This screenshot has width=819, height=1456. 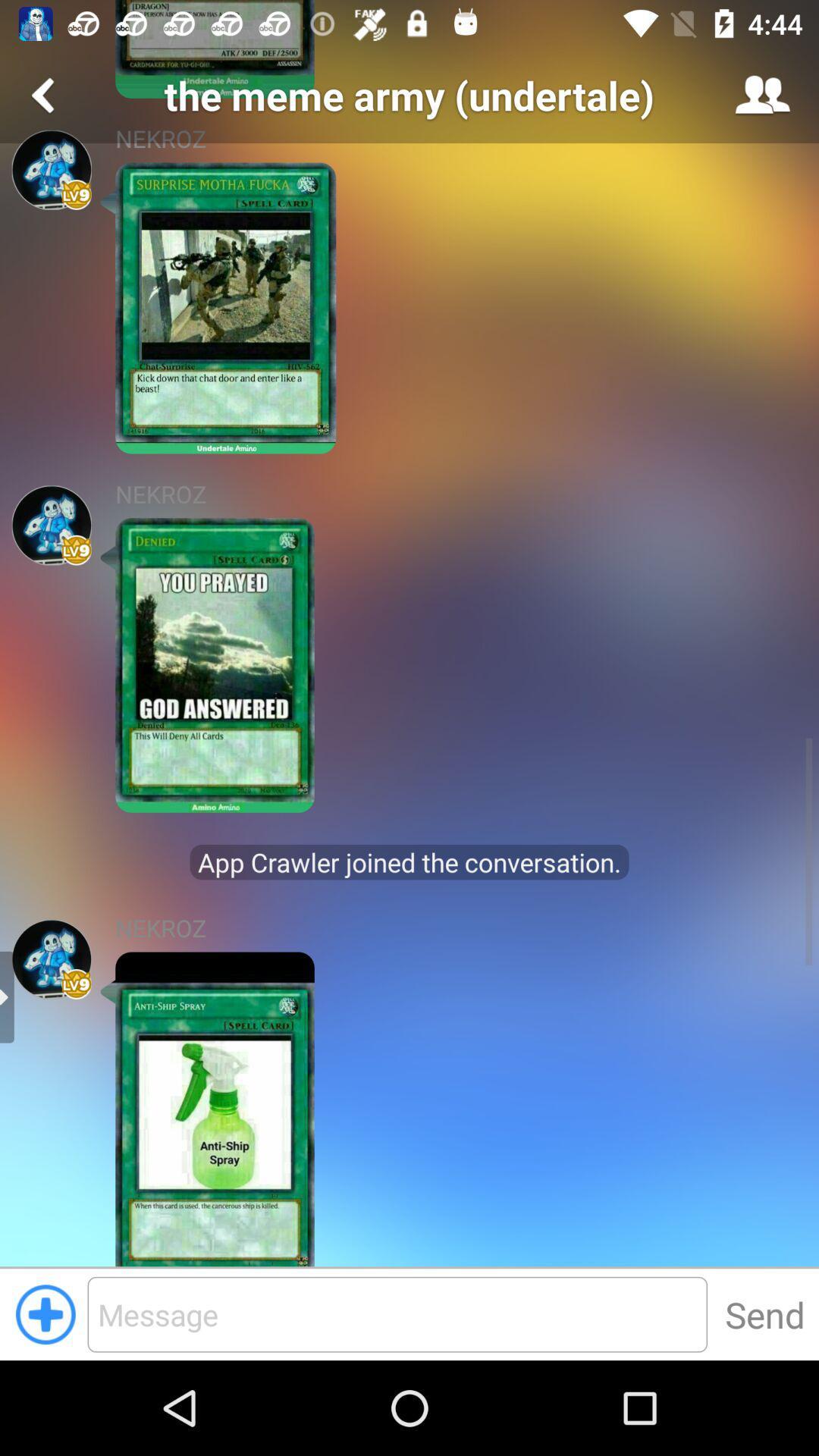 What do you see at coordinates (51, 170) in the screenshot?
I see `game page` at bounding box center [51, 170].